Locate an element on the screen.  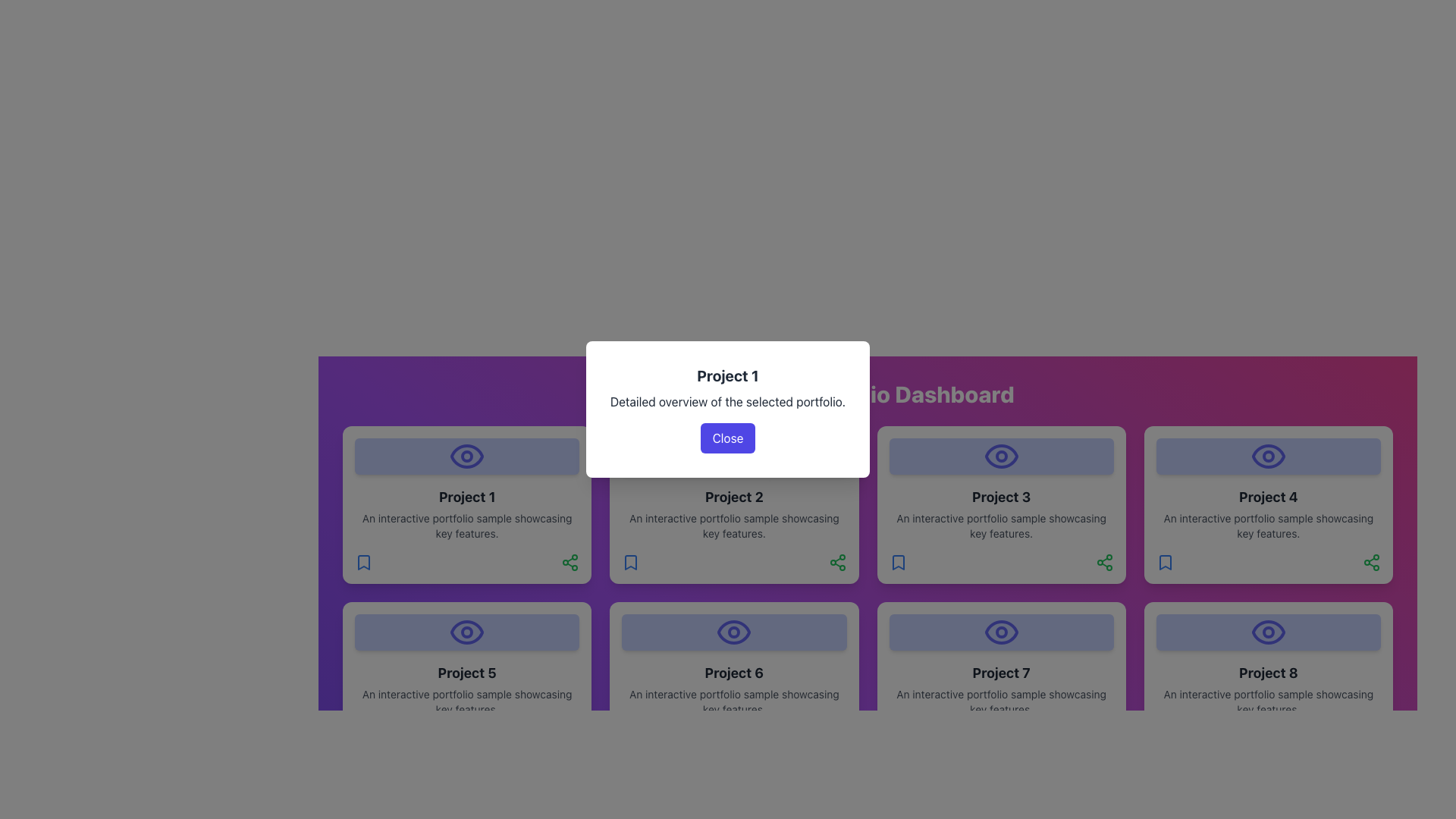
the bookmark icon located at the bottom-left corner of the 'Project 1' card is located at coordinates (364, 562).